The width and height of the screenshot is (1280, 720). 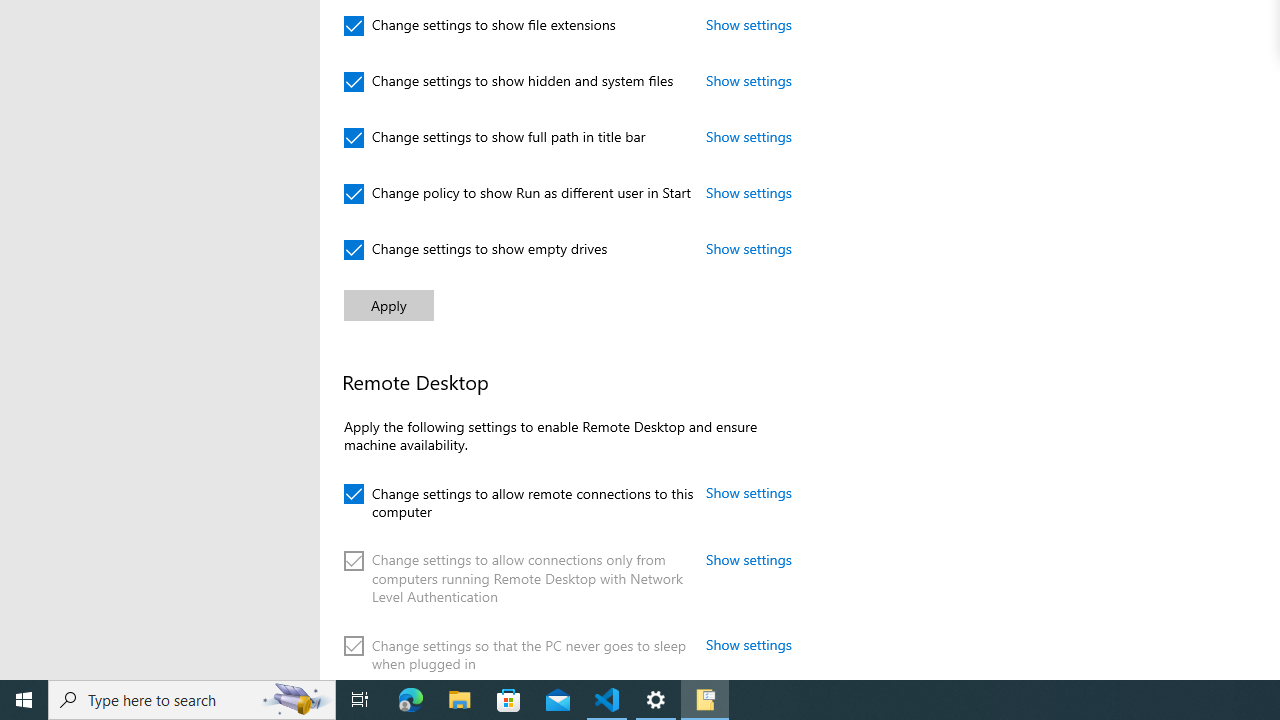 What do you see at coordinates (192, 698) in the screenshot?
I see `'Type here to search'` at bounding box center [192, 698].